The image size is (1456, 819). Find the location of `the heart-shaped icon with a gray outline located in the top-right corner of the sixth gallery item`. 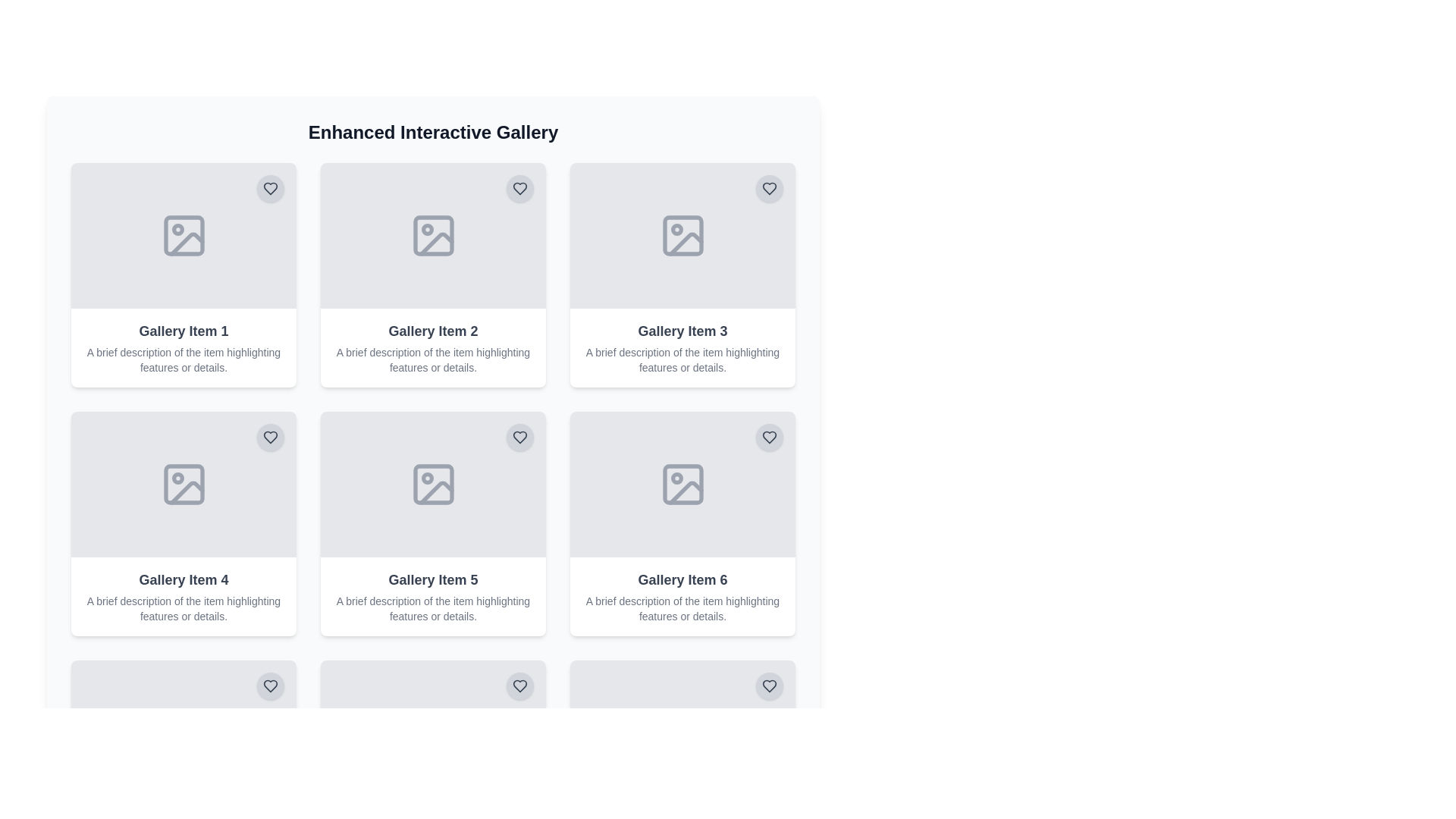

the heart-shaped icon with a gray outline located in the top-right corner of the sixth gallery item is located at coordinates (769, 438).